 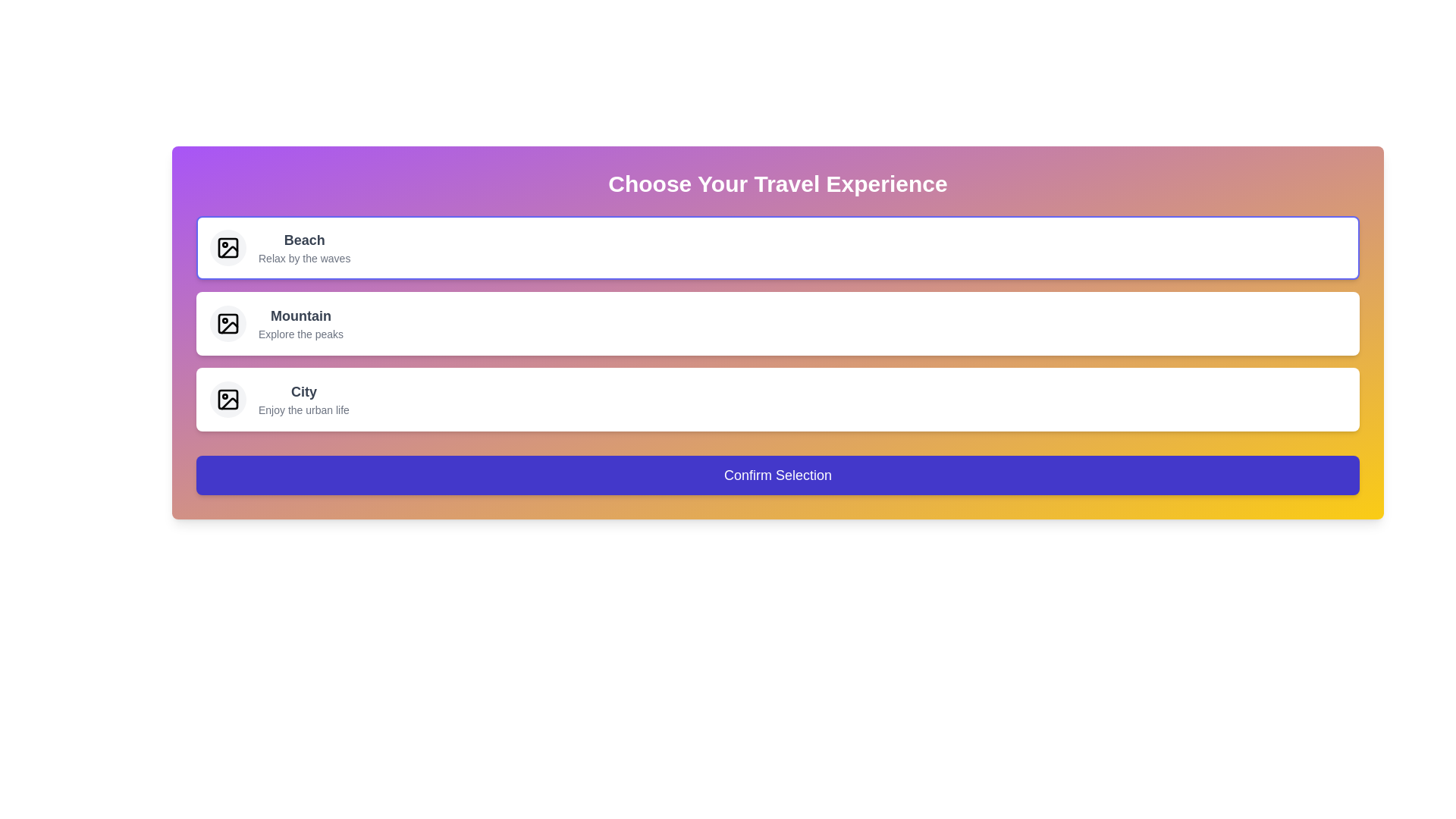 I want to click on the Mountain icon located in the Mountain option section, which is the first visual item before the texts 'Mountain' and 'Explore the peaks', so click(x=227, y=323).